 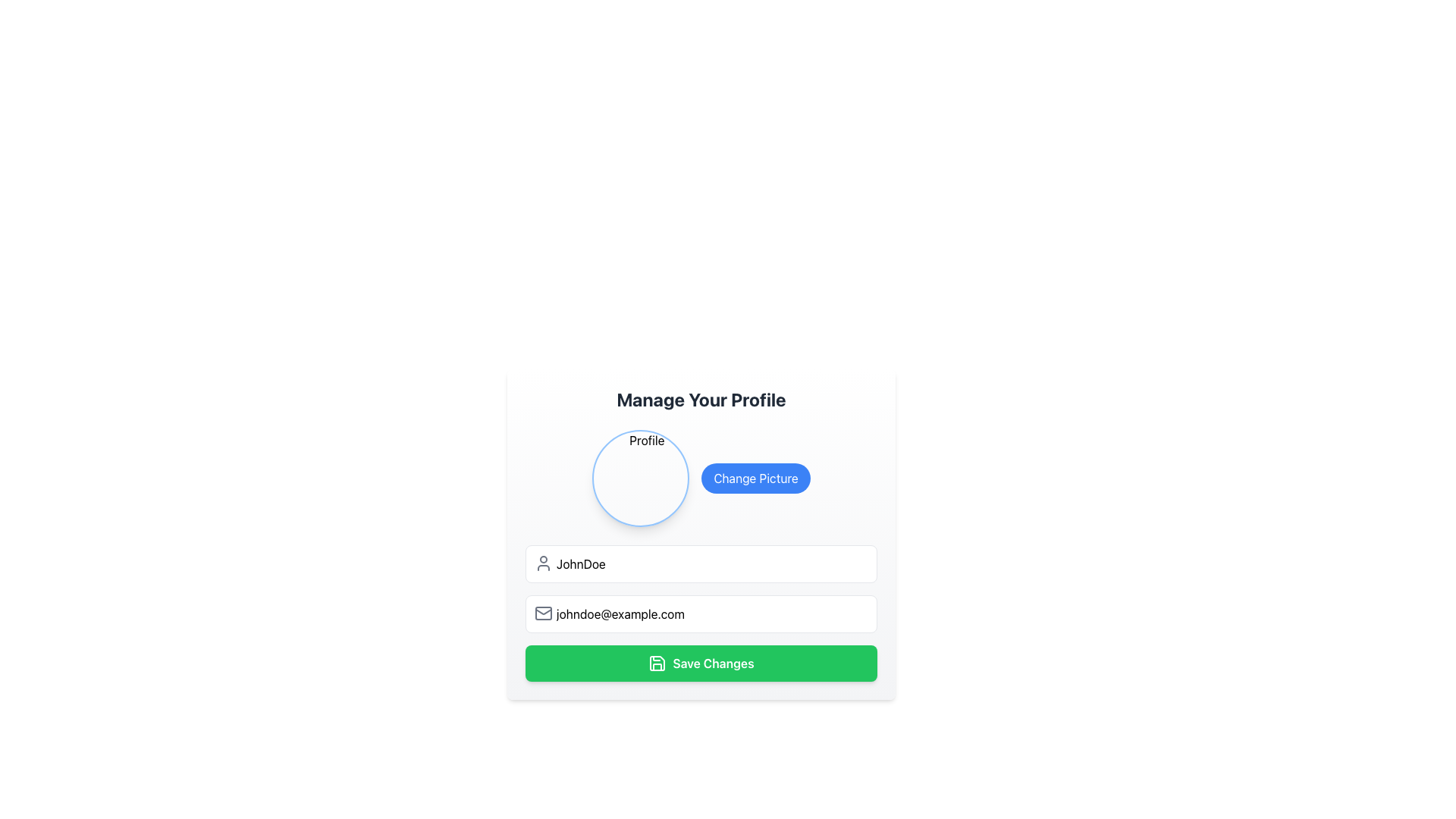 What do you see at coordinates (543, 563) in the screenshot?
I see `the user profile icon, which is a circular head and shoulders icon with a gray outline, positioned to the left of the text input field labeled 'JohnDoe'` at bounding box center [543, 563].